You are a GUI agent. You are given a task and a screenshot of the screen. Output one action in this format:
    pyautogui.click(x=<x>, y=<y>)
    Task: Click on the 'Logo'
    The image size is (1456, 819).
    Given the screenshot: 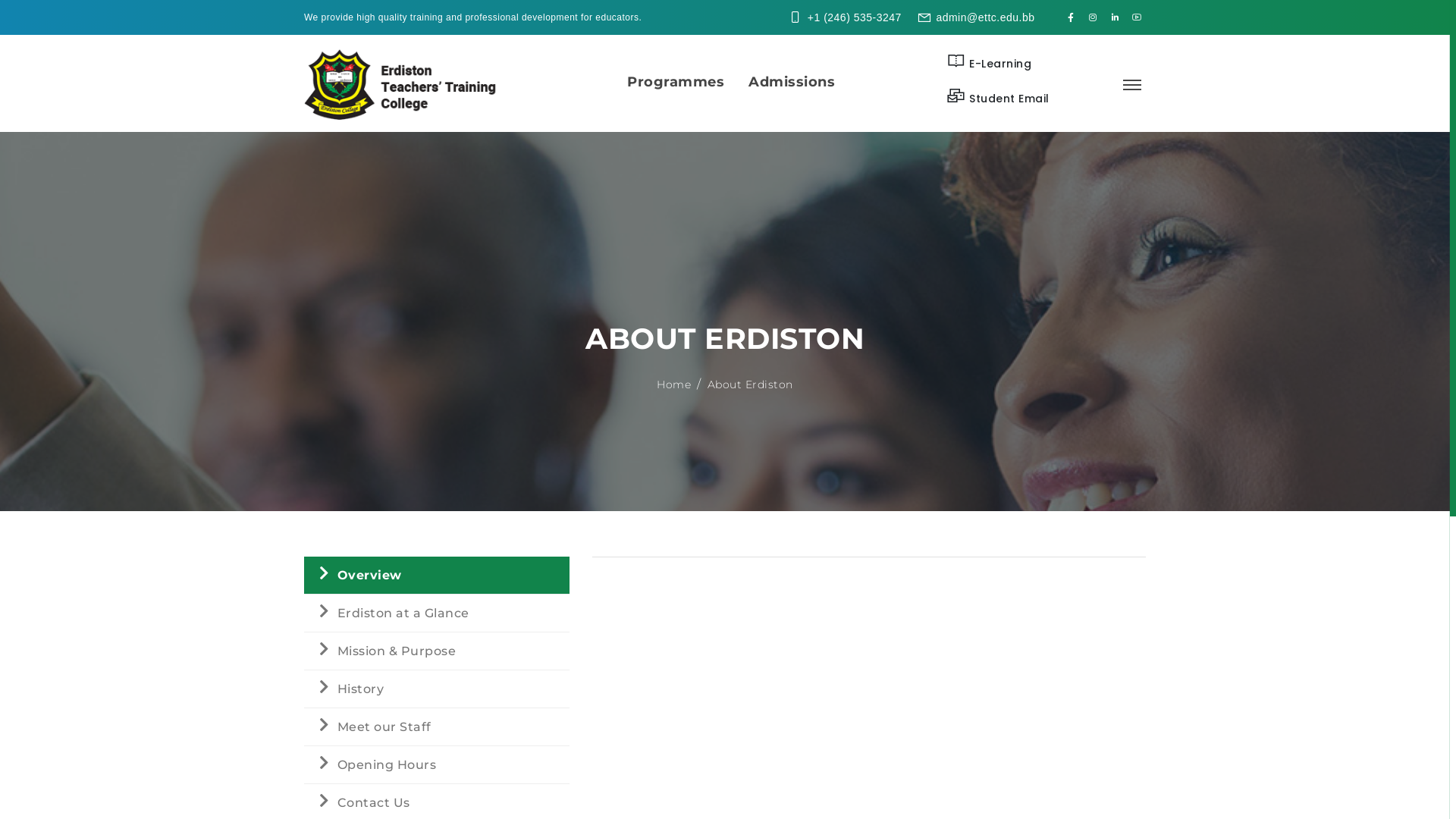 What is the action you would take?
    pyautogui.click(x=403, y=83)
    